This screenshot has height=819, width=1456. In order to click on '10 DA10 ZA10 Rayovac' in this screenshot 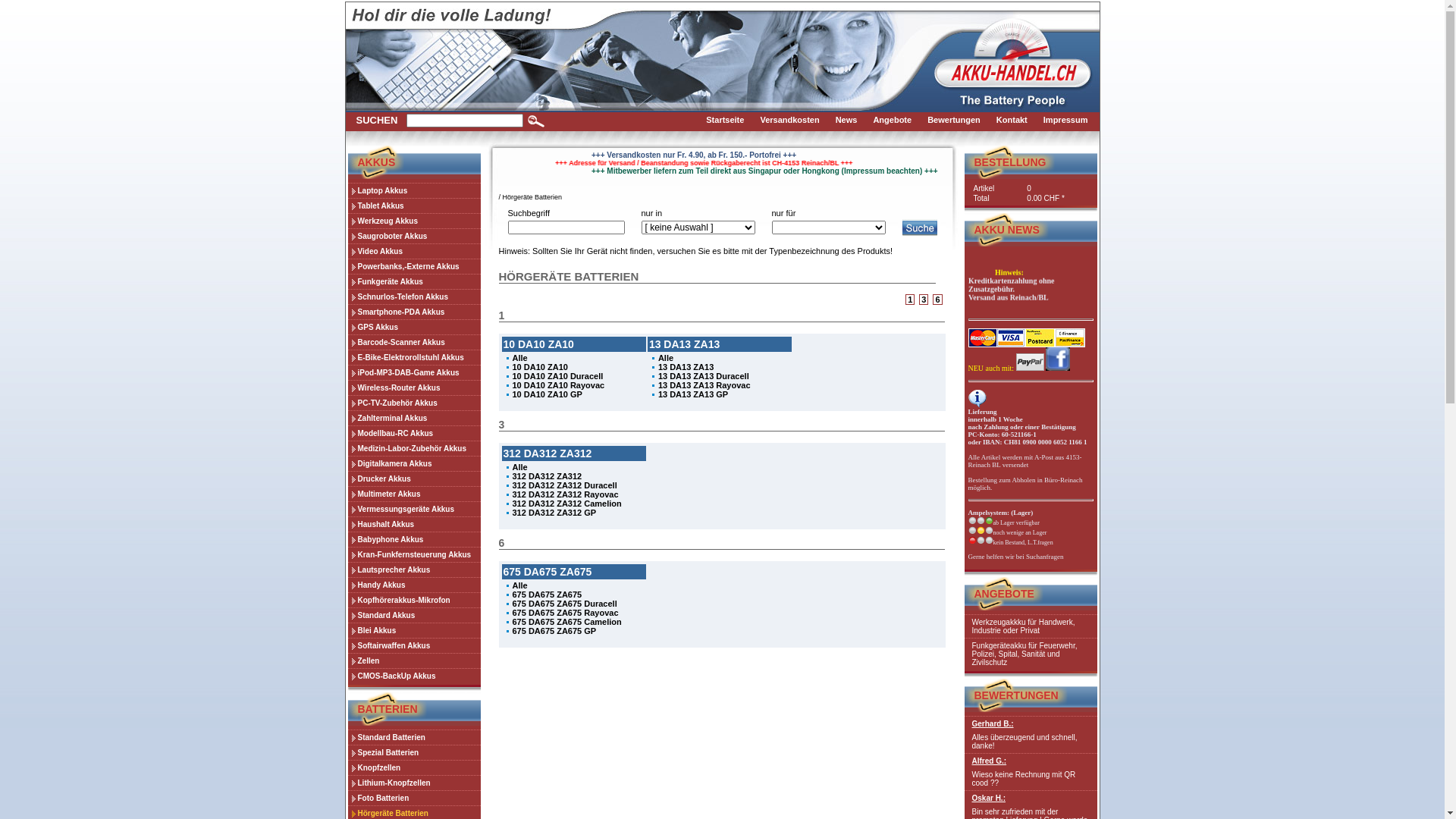, I will do `click(558, 384)`.